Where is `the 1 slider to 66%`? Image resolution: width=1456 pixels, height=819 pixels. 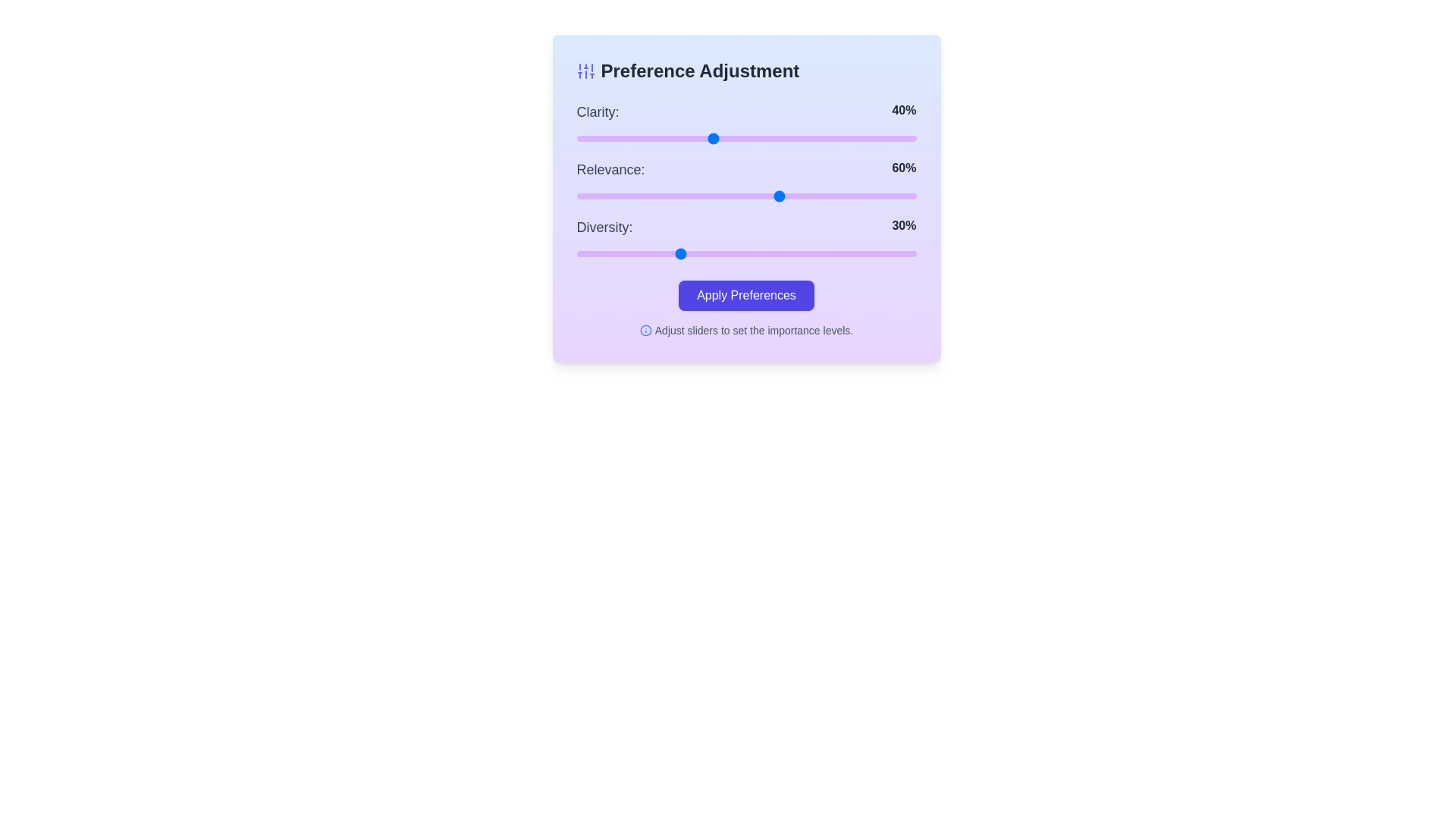
the 1 slider to 66% is located at coordinates (800, 195).